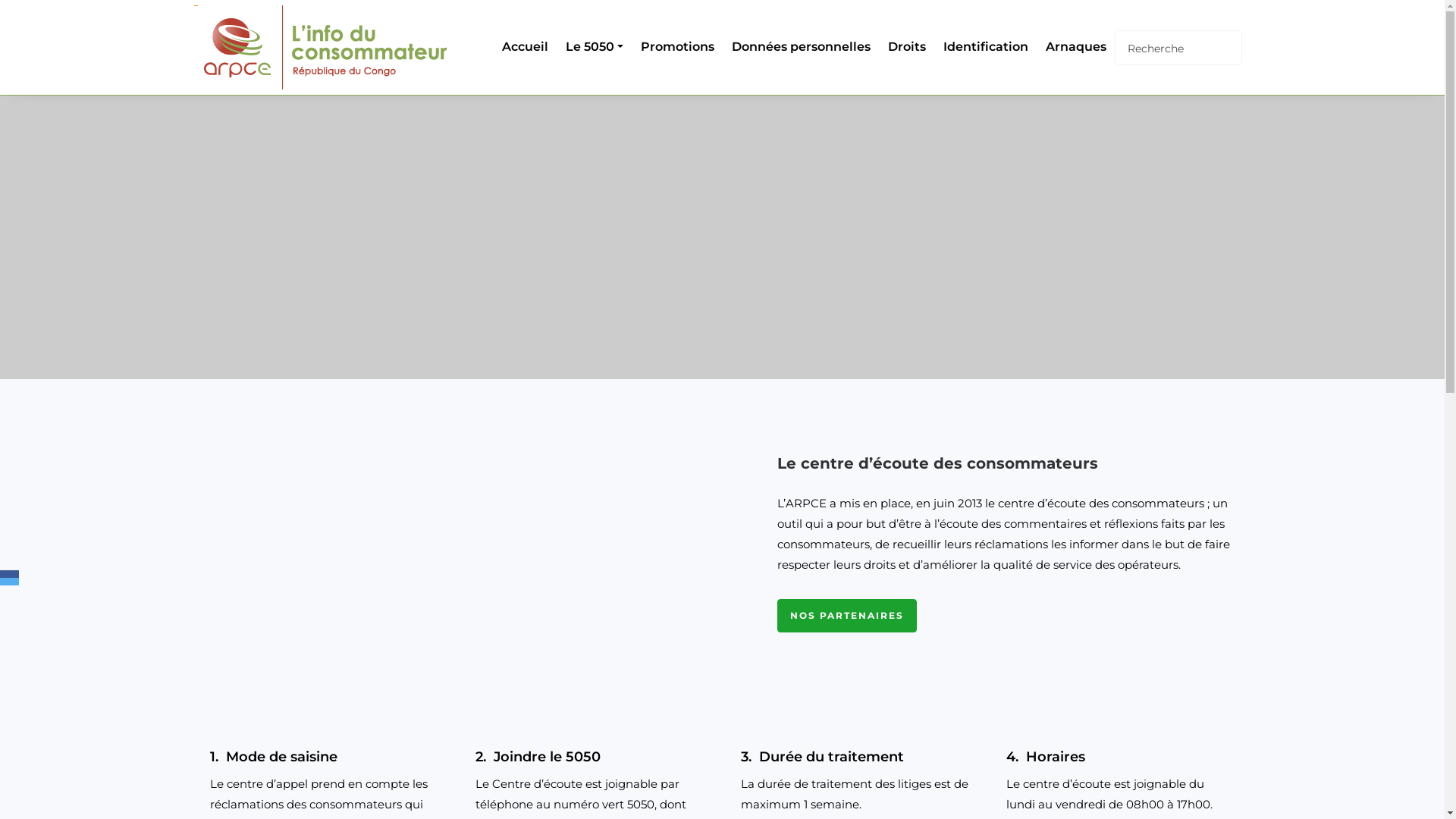 The height and width of the screenshot is (819, 1456). Describe the element at coordinates (323, 757) in the screenshot. I see `'1.  Mode de saisine'` at that location.